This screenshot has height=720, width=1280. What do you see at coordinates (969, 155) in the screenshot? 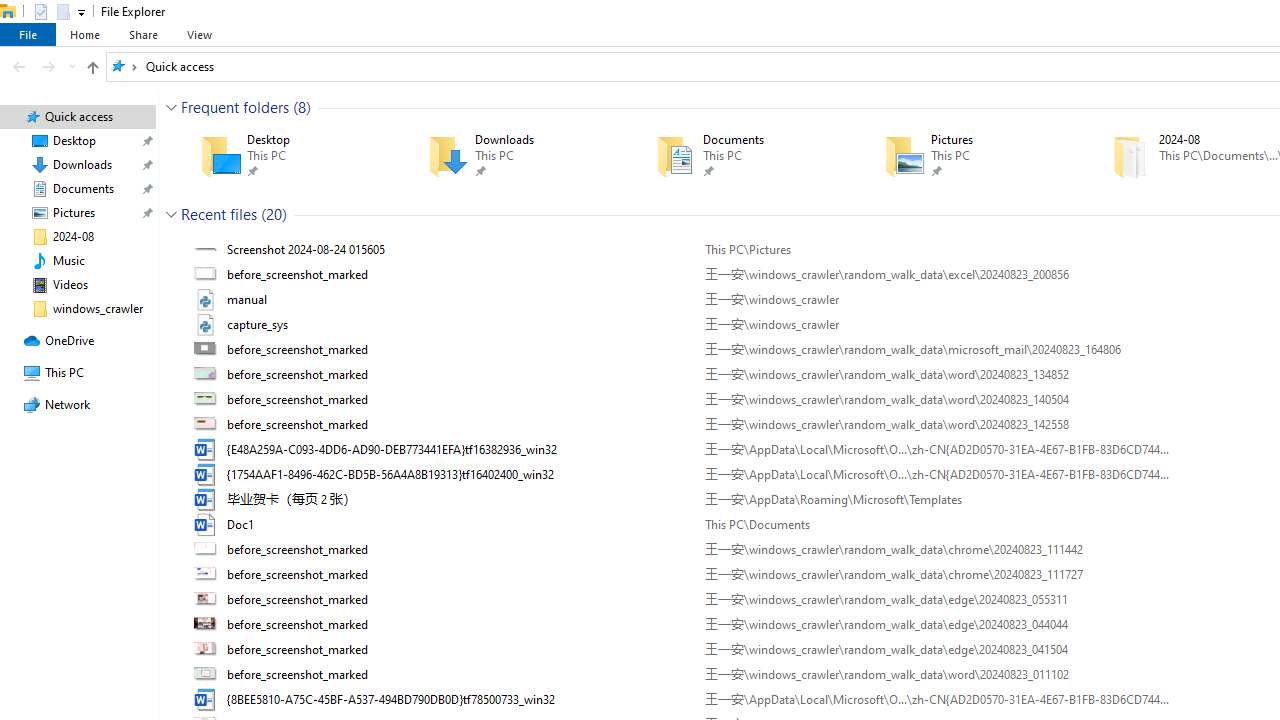
I see `'Pictures'` at bounding box center [969, 155].